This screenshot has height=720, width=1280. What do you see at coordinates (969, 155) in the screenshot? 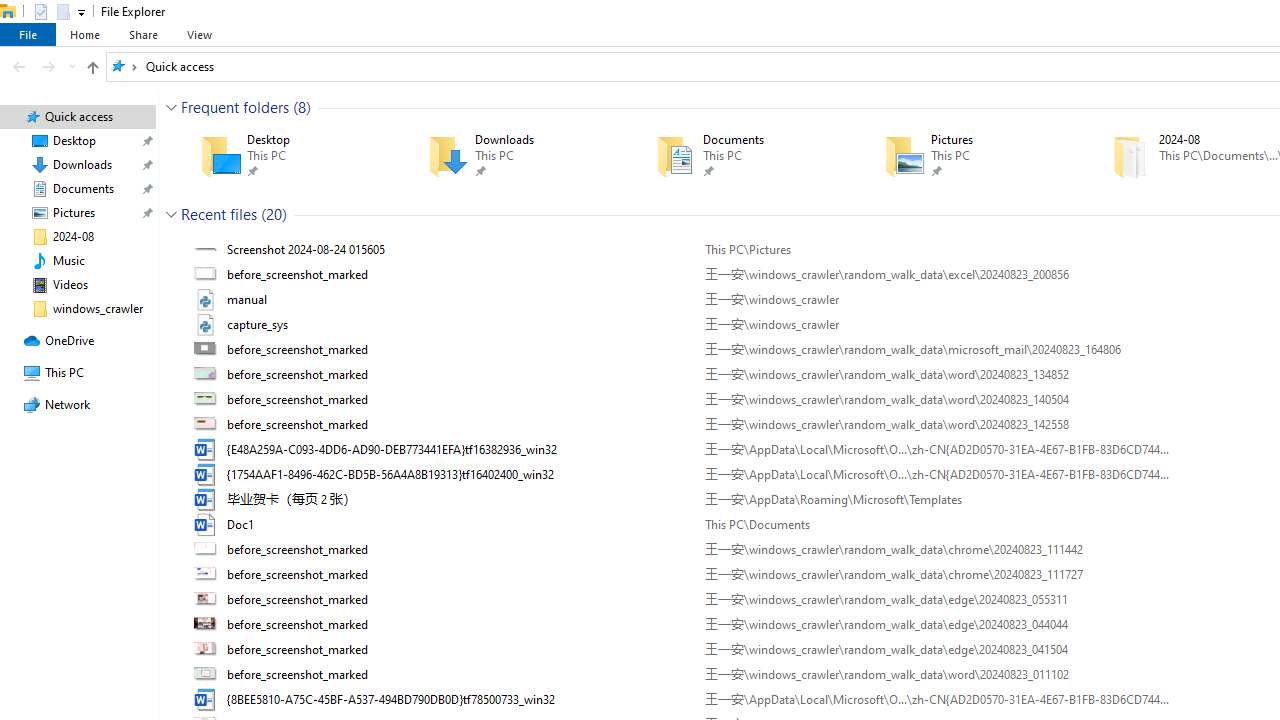
I see `'Pictures'` at bounding box center [969, 155].